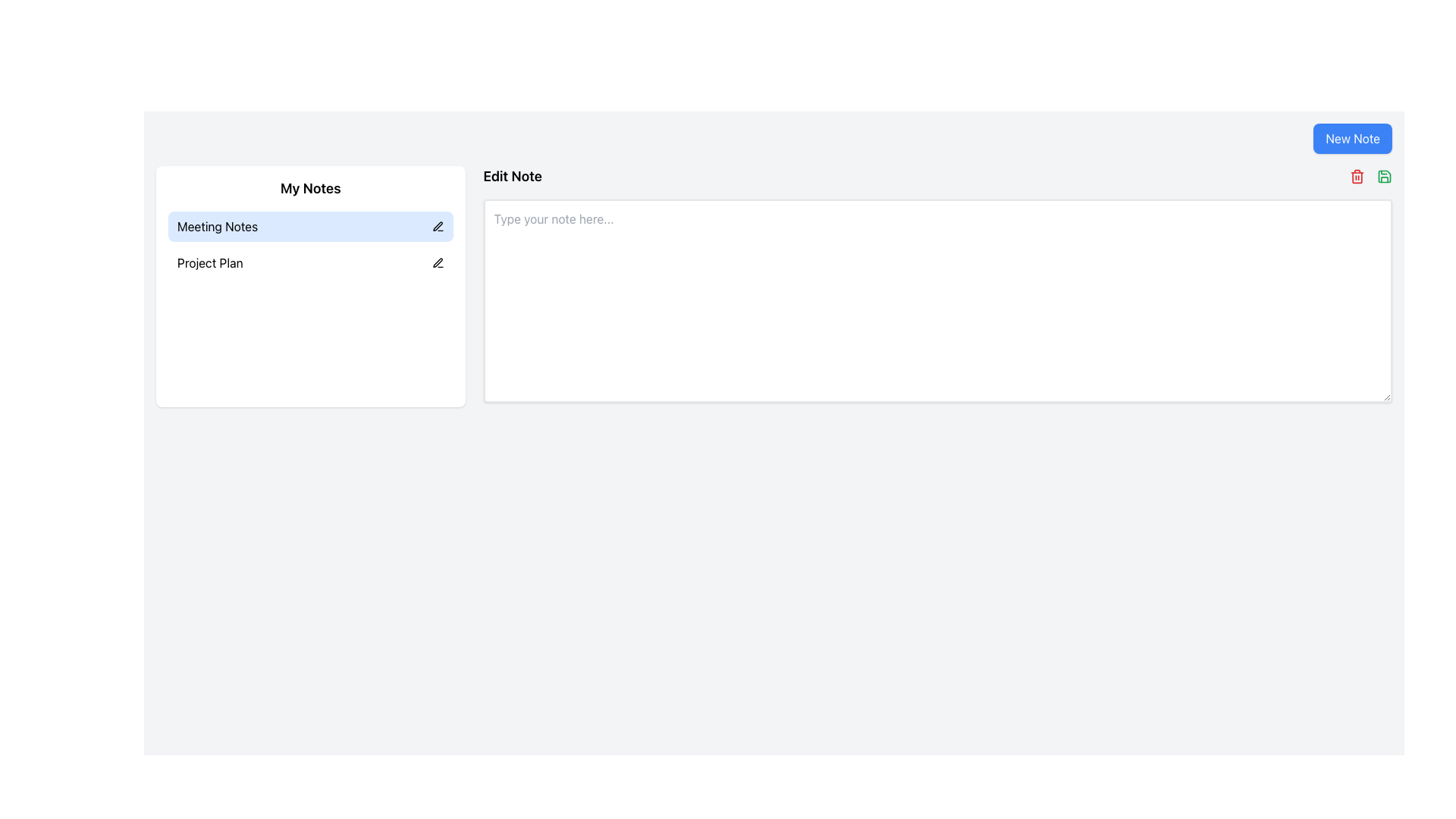 The width and height of the screenshot is (1456, 819). What do you see at coordinates (437, 226) in the screenshot?
I see `the edit action marker icon located to the right of the 'Meeting Notes' text in the 'My Notes' section` at bounding box center [437, 226].